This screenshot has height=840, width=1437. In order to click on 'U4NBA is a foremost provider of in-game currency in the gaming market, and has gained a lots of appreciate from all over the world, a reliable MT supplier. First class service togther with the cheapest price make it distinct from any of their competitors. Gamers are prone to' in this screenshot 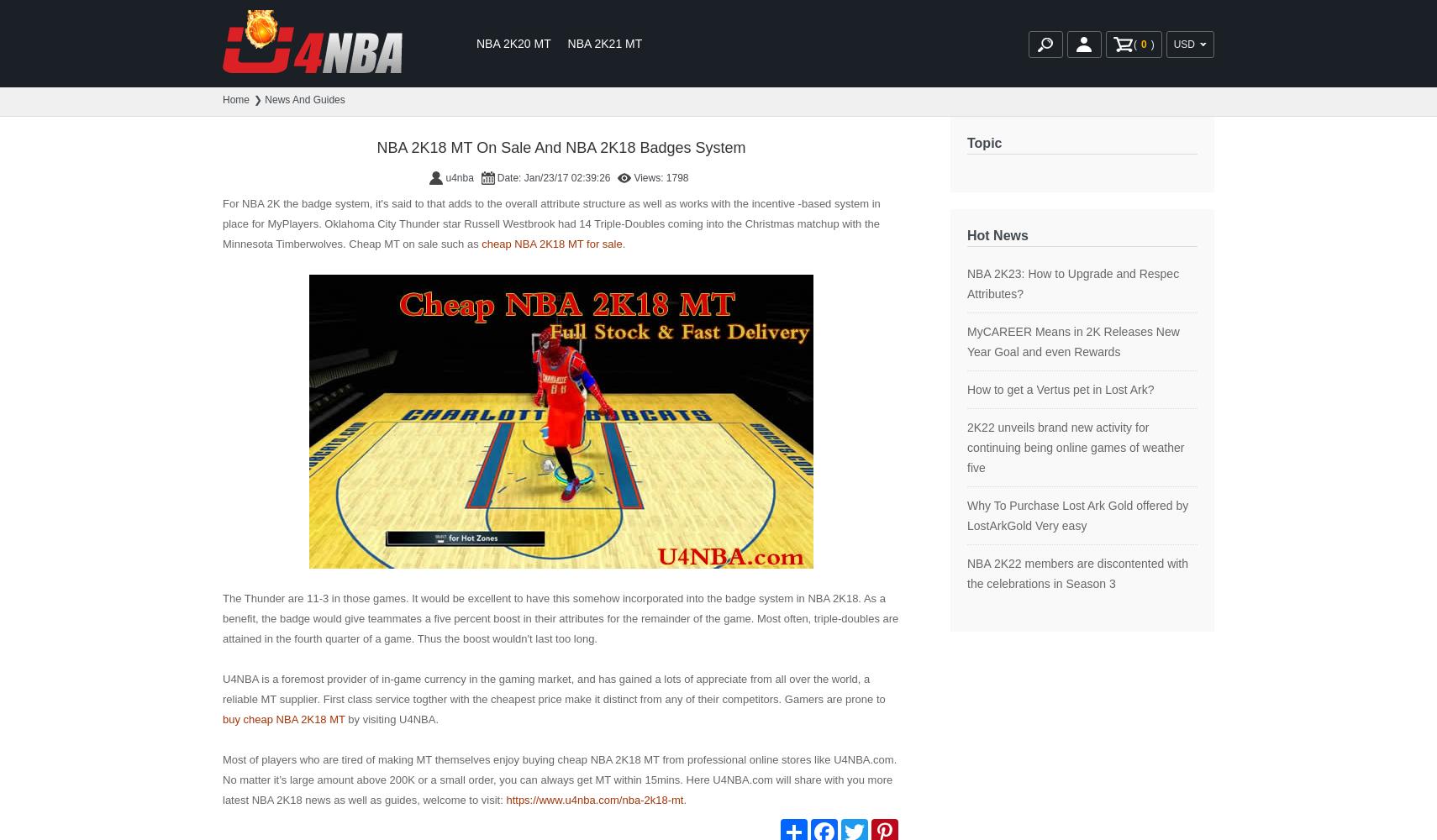, I will do `click(554, 688)`.